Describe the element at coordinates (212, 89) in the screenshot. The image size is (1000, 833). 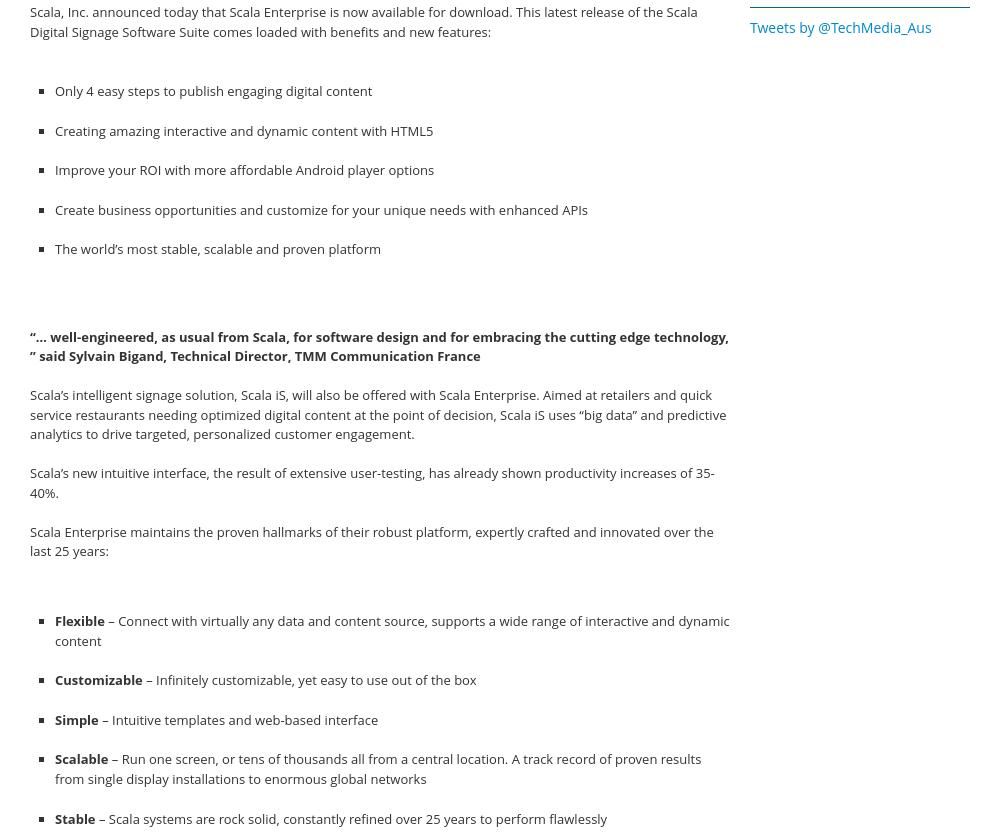
I see `'Only 4 easy steps to publish engaging digital content'` at that location.